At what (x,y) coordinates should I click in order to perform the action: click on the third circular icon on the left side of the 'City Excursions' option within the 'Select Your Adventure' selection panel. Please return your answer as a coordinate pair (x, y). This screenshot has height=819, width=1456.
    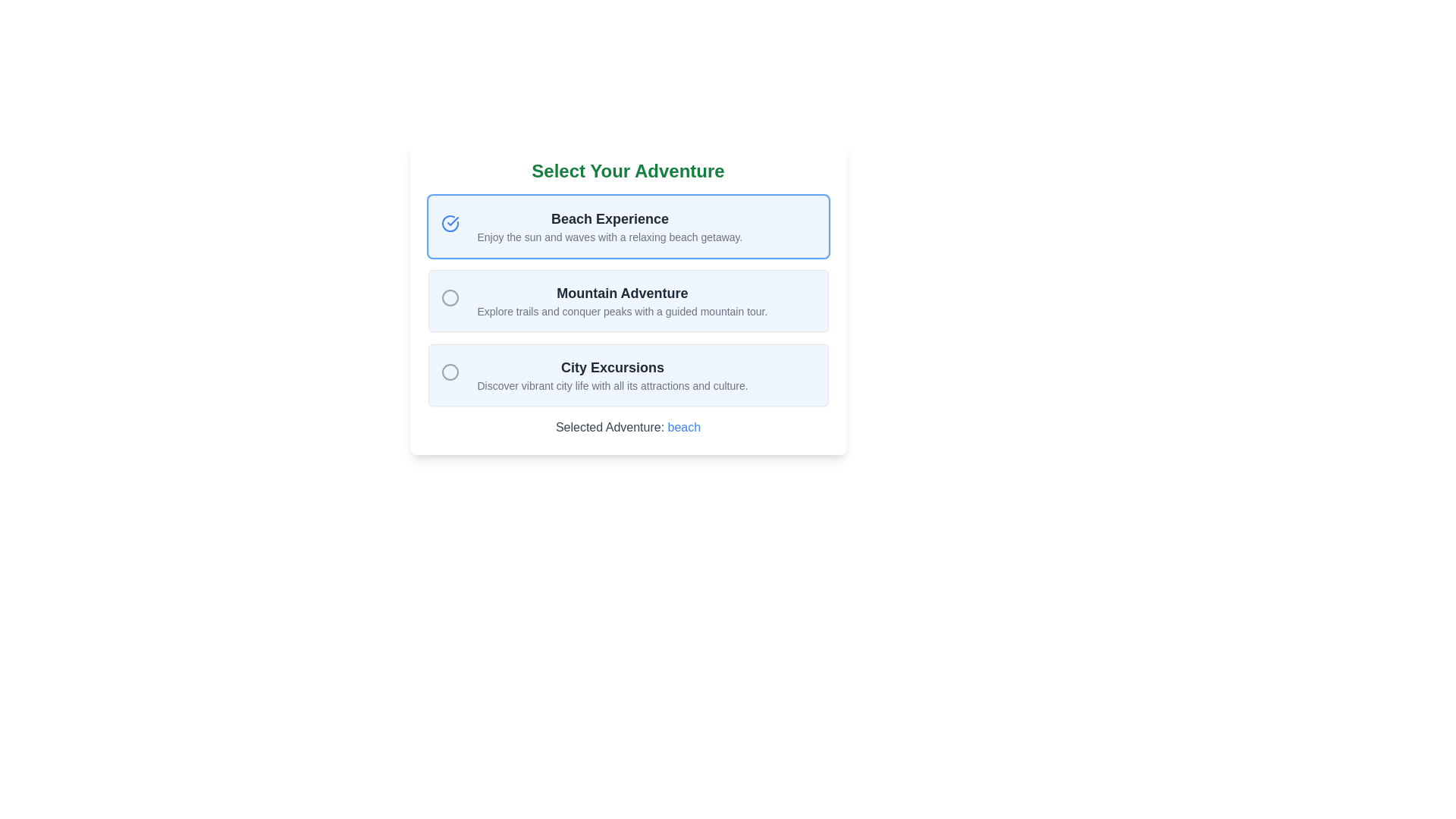
    Looking at the image, I should click on (449, 372).